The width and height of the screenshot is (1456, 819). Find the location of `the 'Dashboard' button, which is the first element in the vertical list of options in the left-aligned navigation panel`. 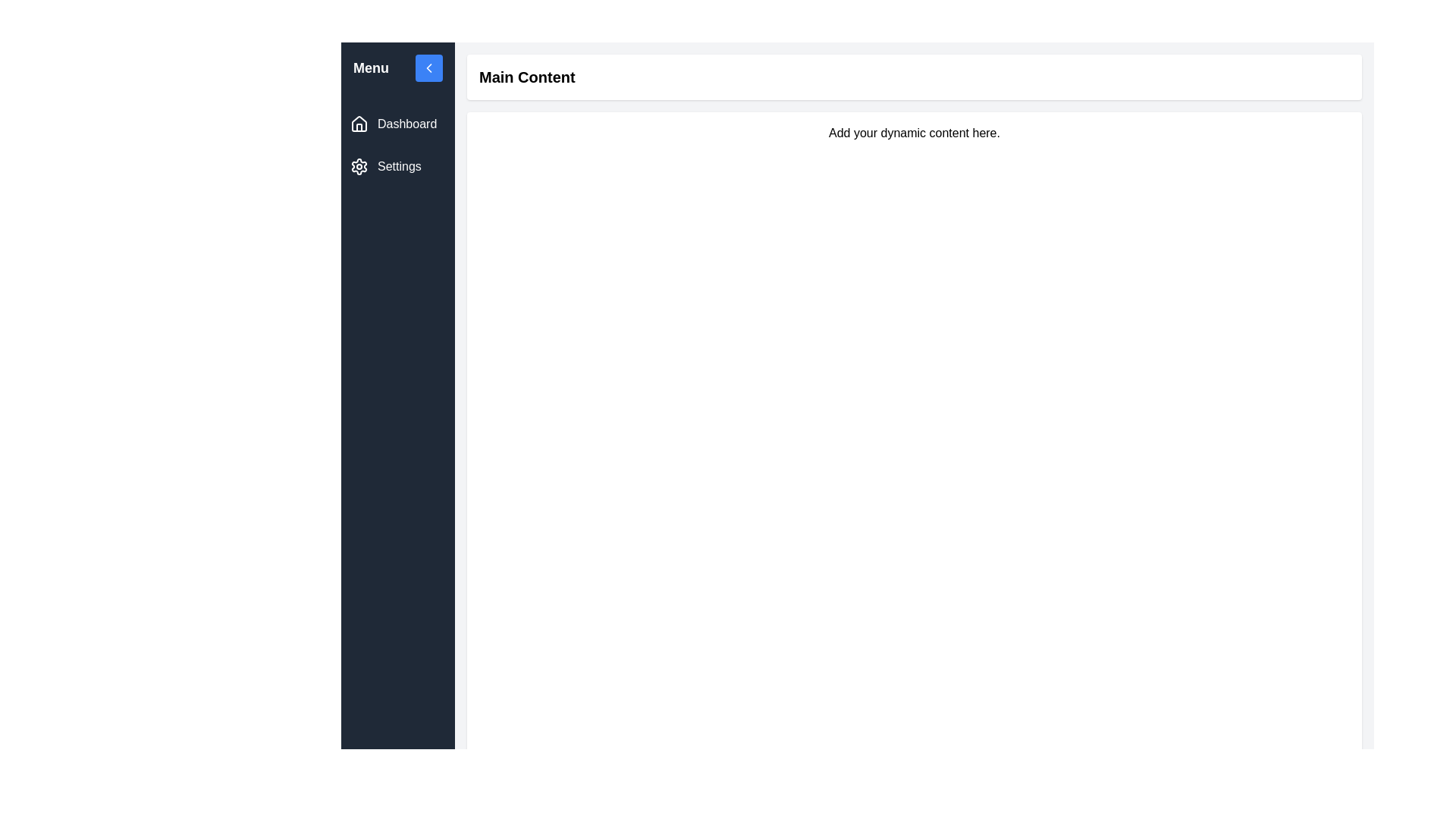

the 'Dashboard' button, which is the first element in the vertical list of options in the left-aligned navigation panel is located at coordinates (397, 124).